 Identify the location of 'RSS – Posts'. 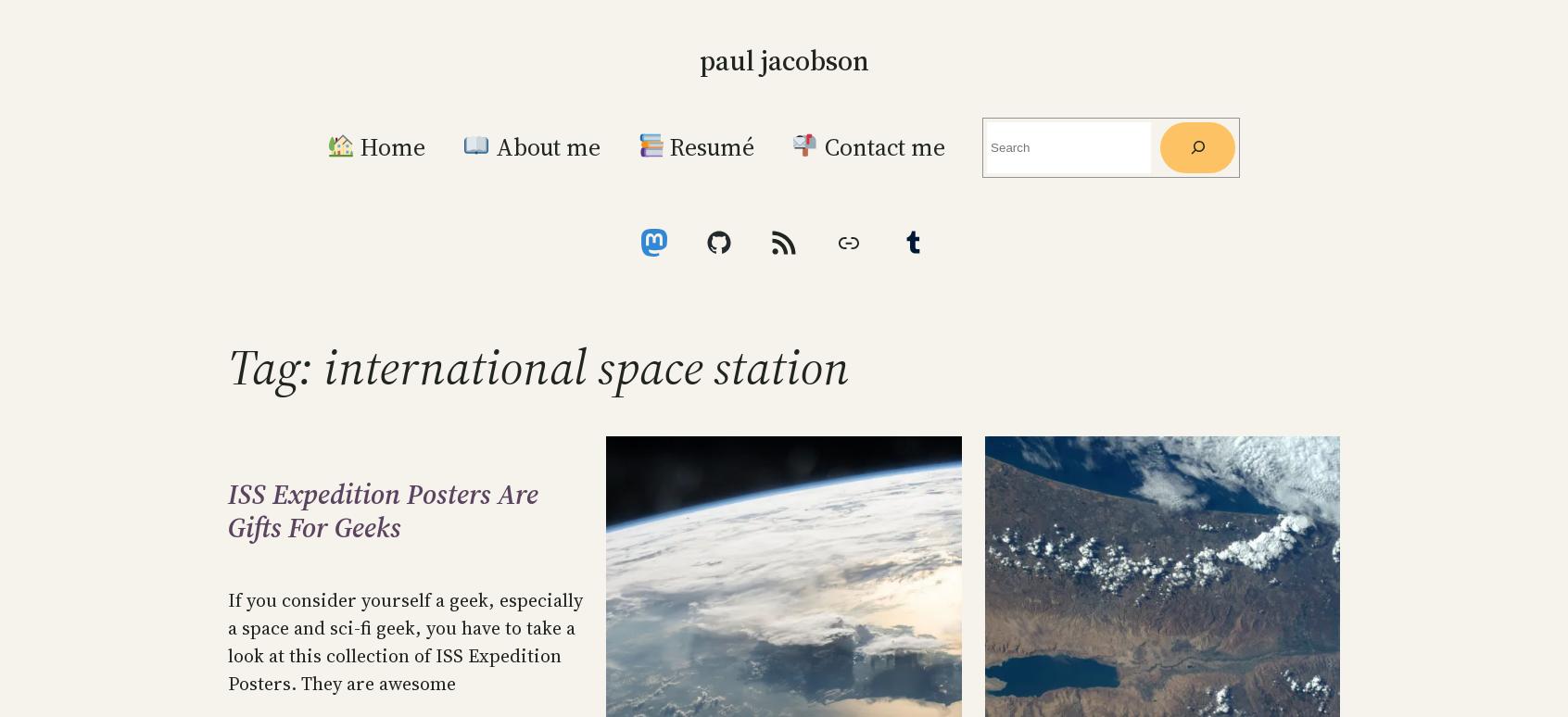
(1288, 571).